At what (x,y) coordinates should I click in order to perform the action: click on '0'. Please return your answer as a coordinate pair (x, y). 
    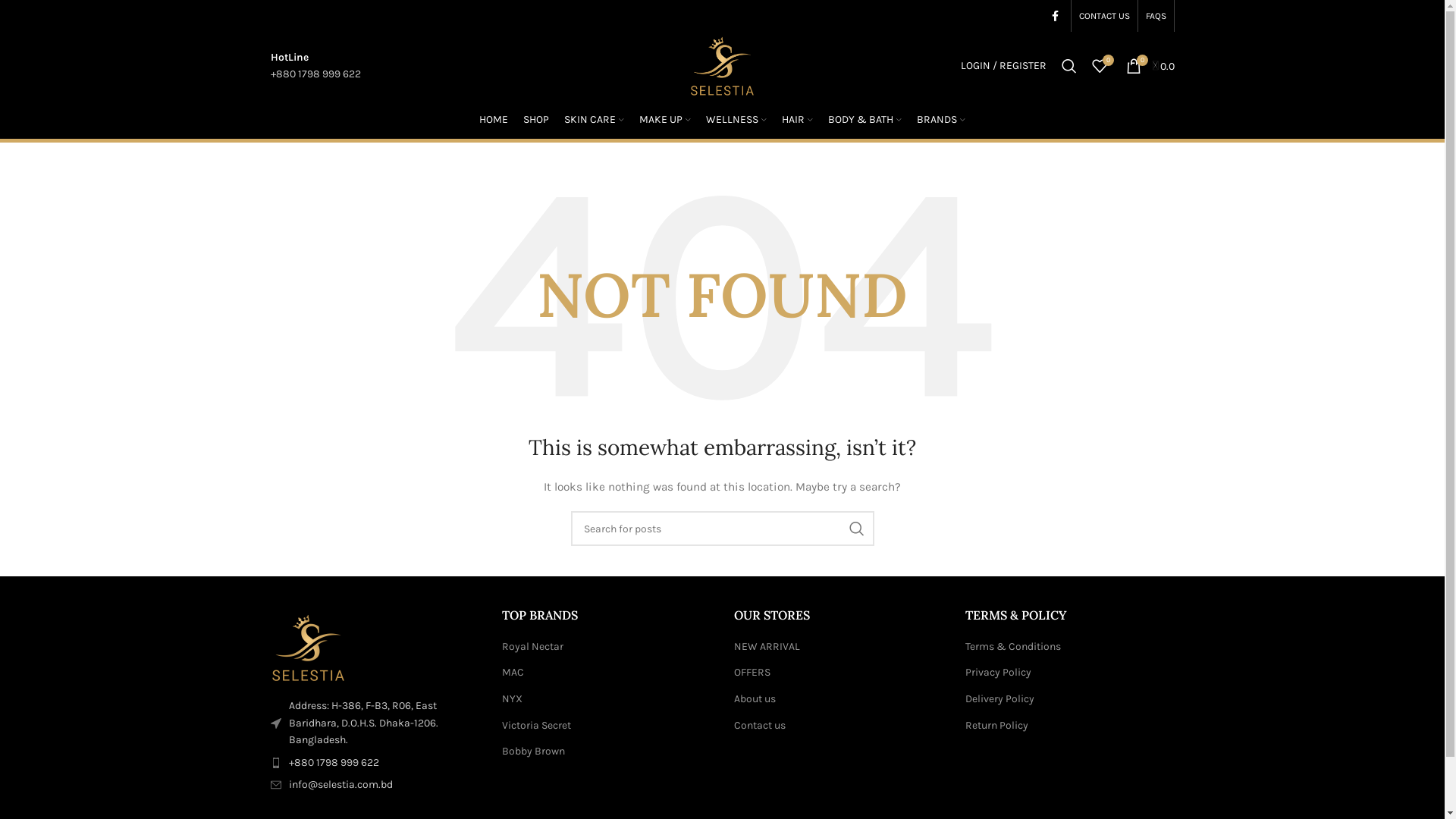
    Looking at the image, I should click on (1099, 65).